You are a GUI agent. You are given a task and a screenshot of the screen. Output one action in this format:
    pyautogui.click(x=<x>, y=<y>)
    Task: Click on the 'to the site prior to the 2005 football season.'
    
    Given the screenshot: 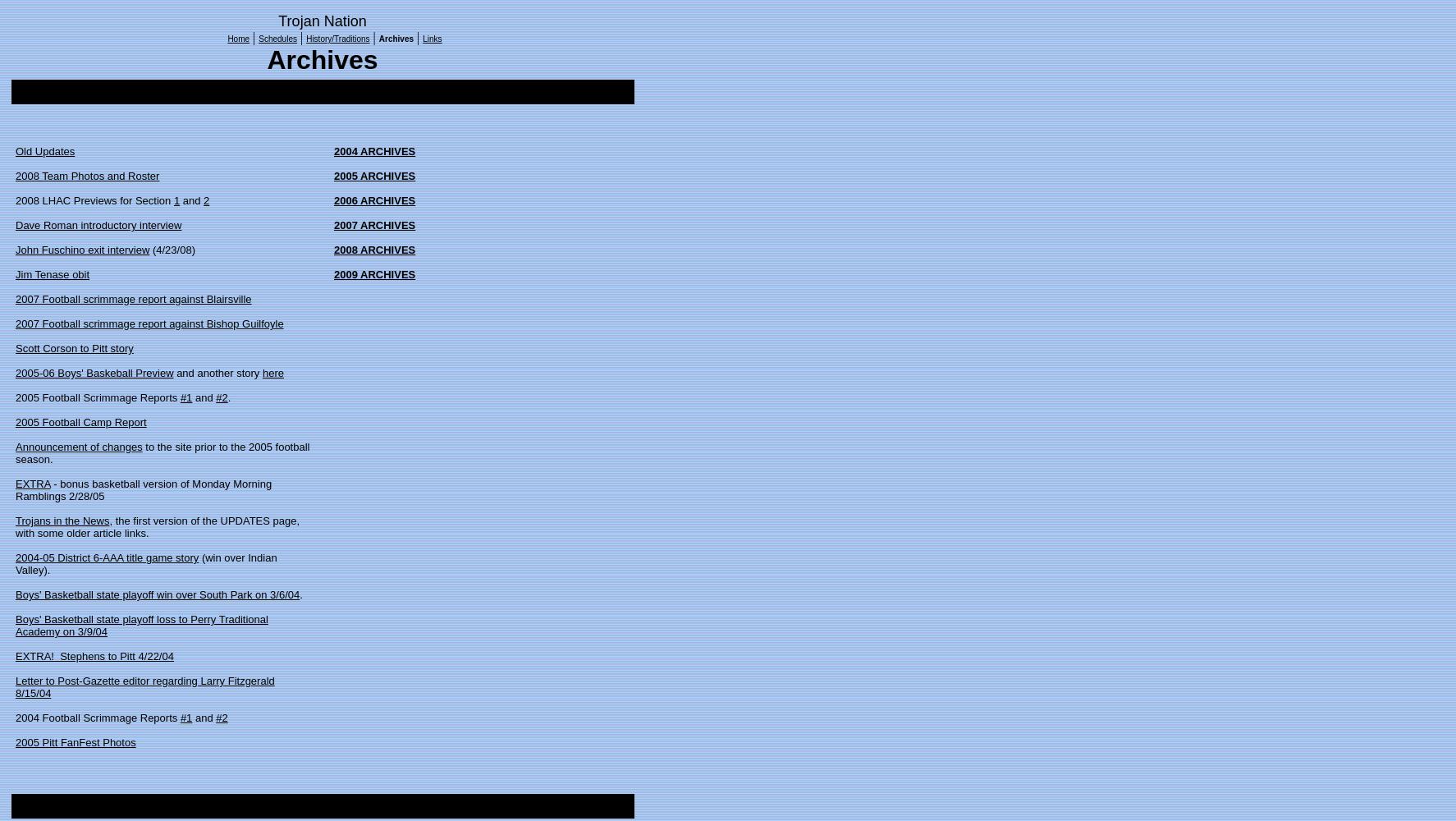 What is the action you would take?
    pyautogui.click(x=161, y=453)
    